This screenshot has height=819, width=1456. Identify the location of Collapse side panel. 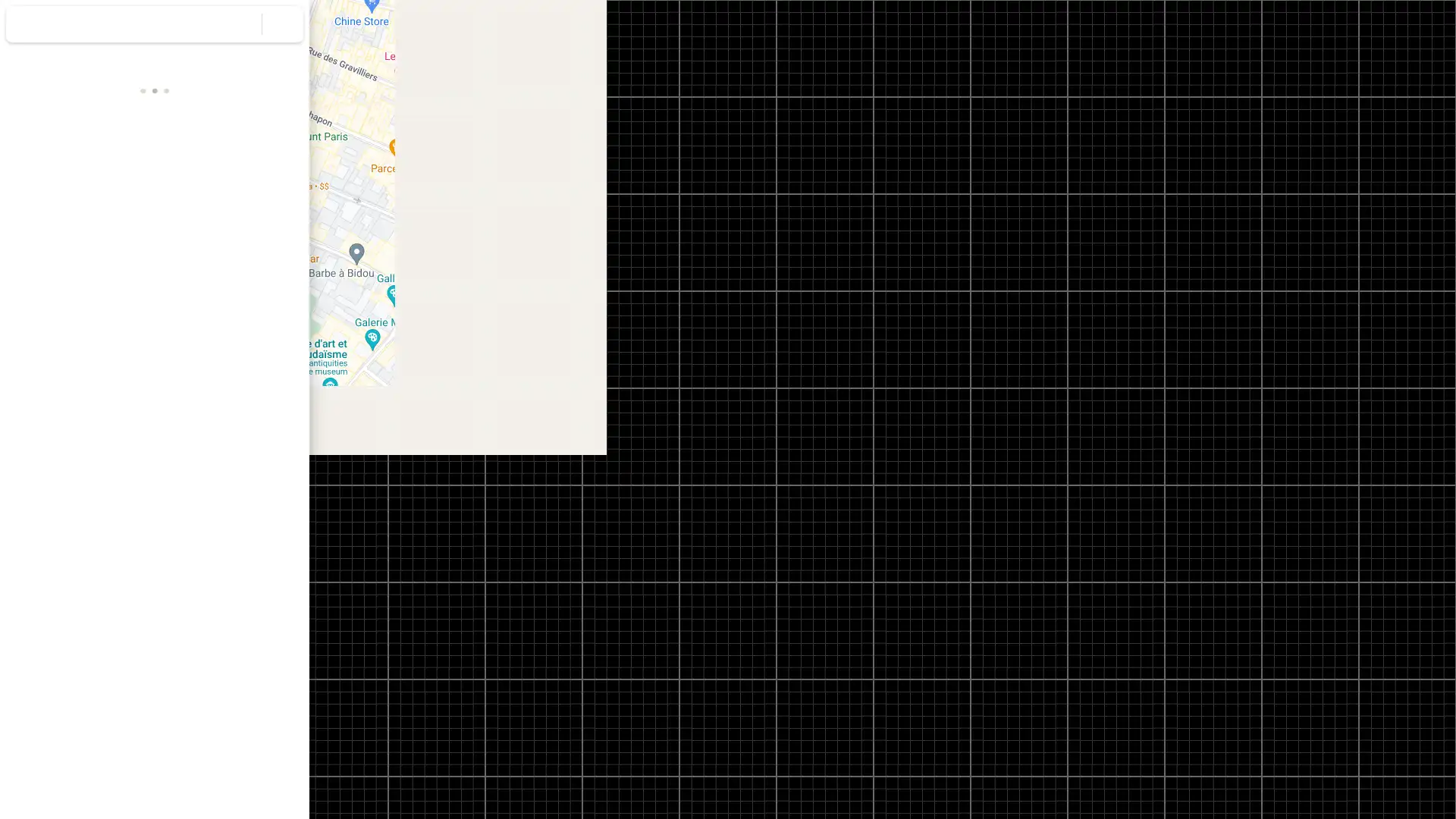
(317, 409).